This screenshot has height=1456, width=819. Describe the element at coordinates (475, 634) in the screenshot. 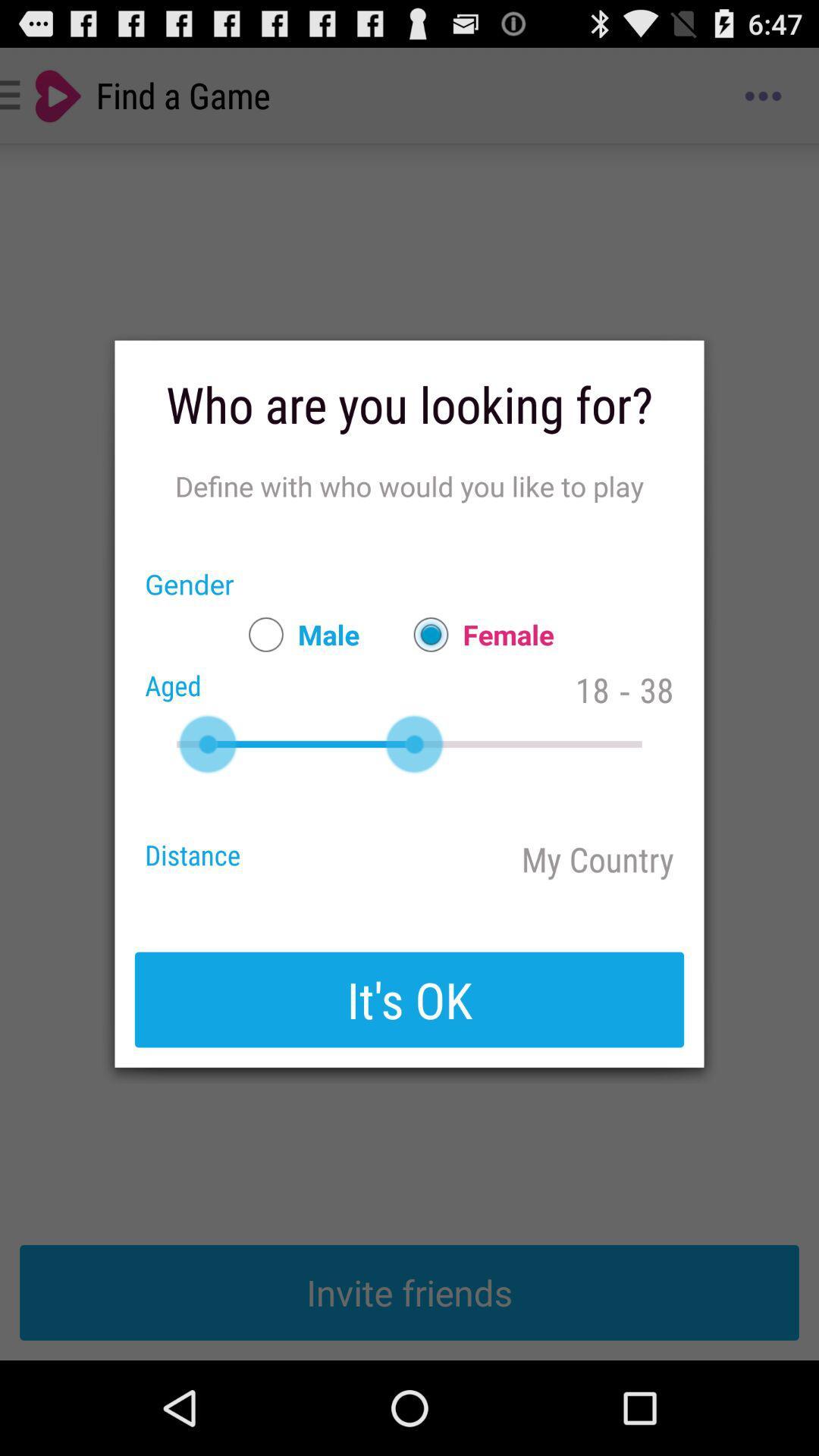

I see `female radio button` at that location.